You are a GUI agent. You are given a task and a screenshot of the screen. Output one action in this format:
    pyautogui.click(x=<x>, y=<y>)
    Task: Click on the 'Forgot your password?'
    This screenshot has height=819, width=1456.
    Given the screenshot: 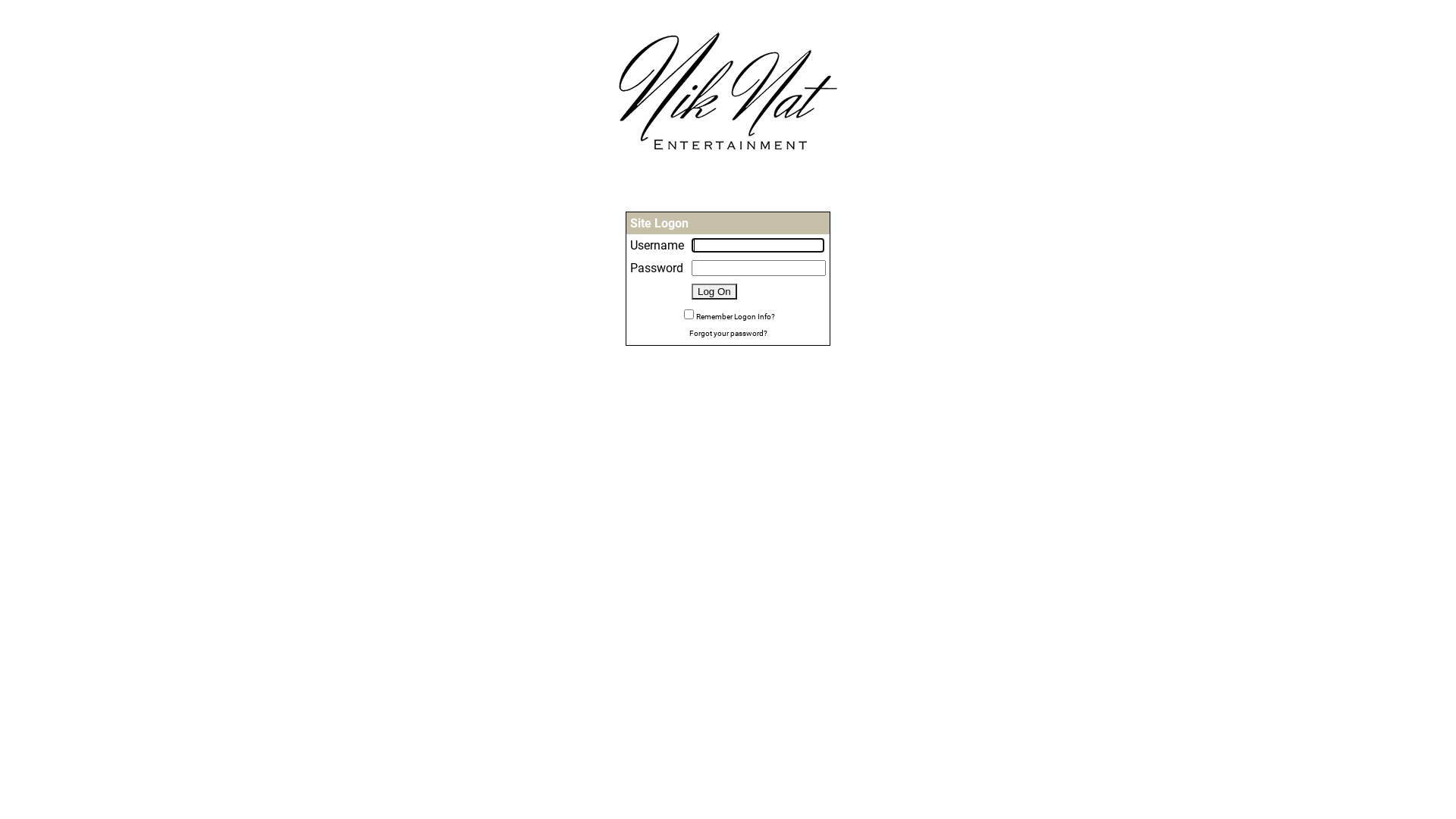 What is the action you would take?
    pyautogui.click(x=726, y=331)
    